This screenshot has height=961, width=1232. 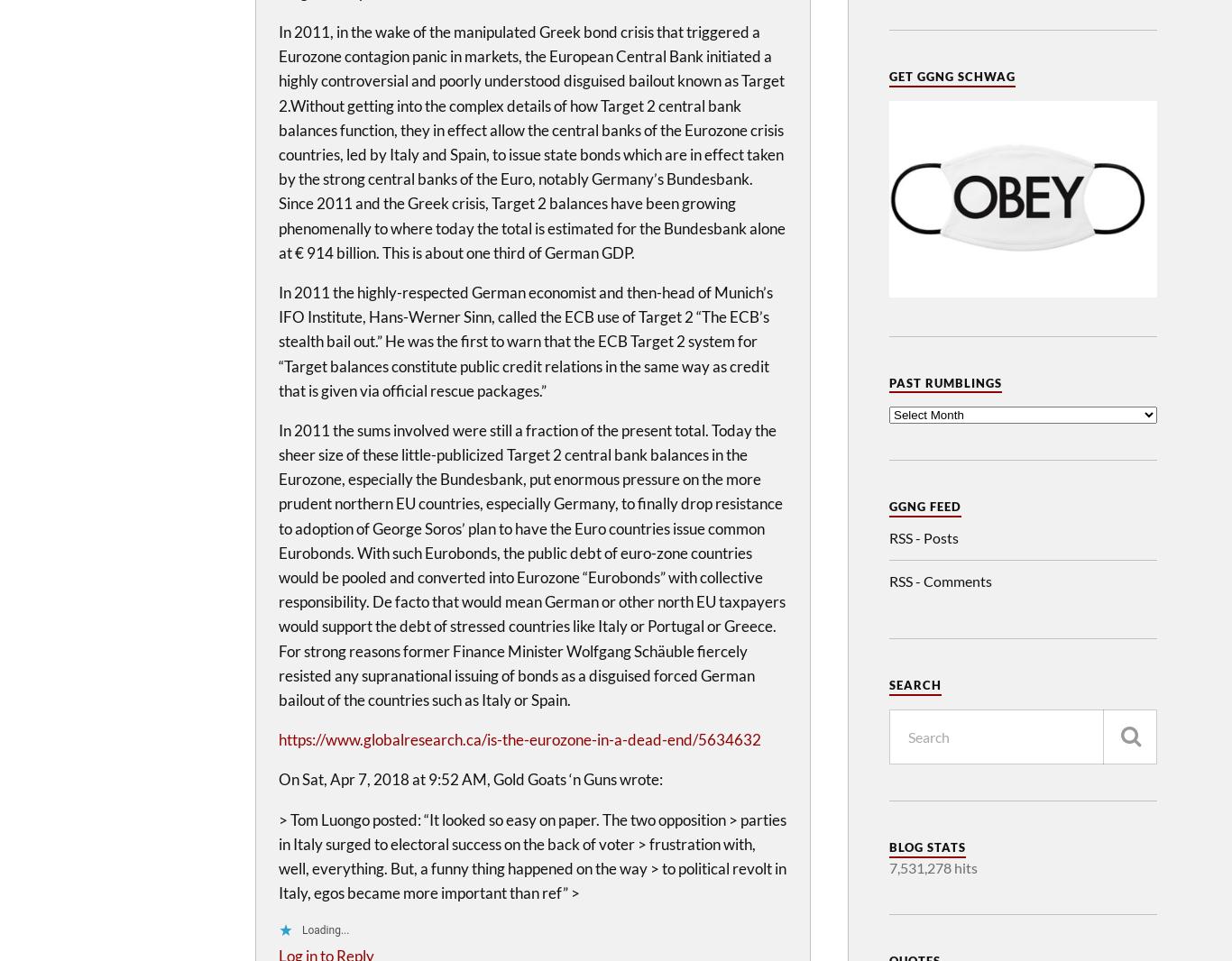 What do you see at coordinates (924, 505) in the screenshot?
I see `'GGnG Feed'` at bounding box center [924, 505].